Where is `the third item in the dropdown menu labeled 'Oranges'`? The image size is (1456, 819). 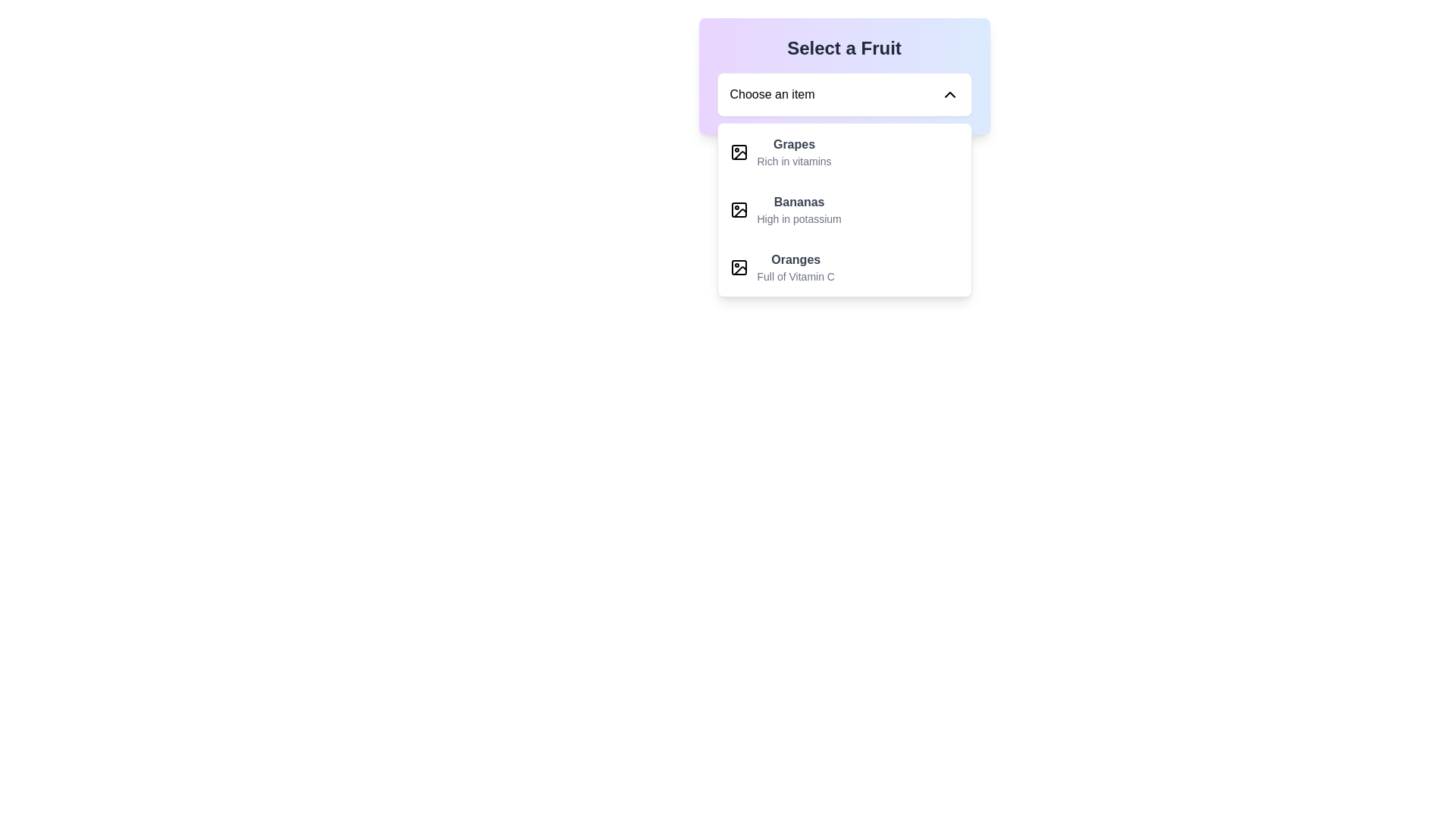 the third item in the dropdown menu labeled 'Oranges' is located at coordinates (795, 267).